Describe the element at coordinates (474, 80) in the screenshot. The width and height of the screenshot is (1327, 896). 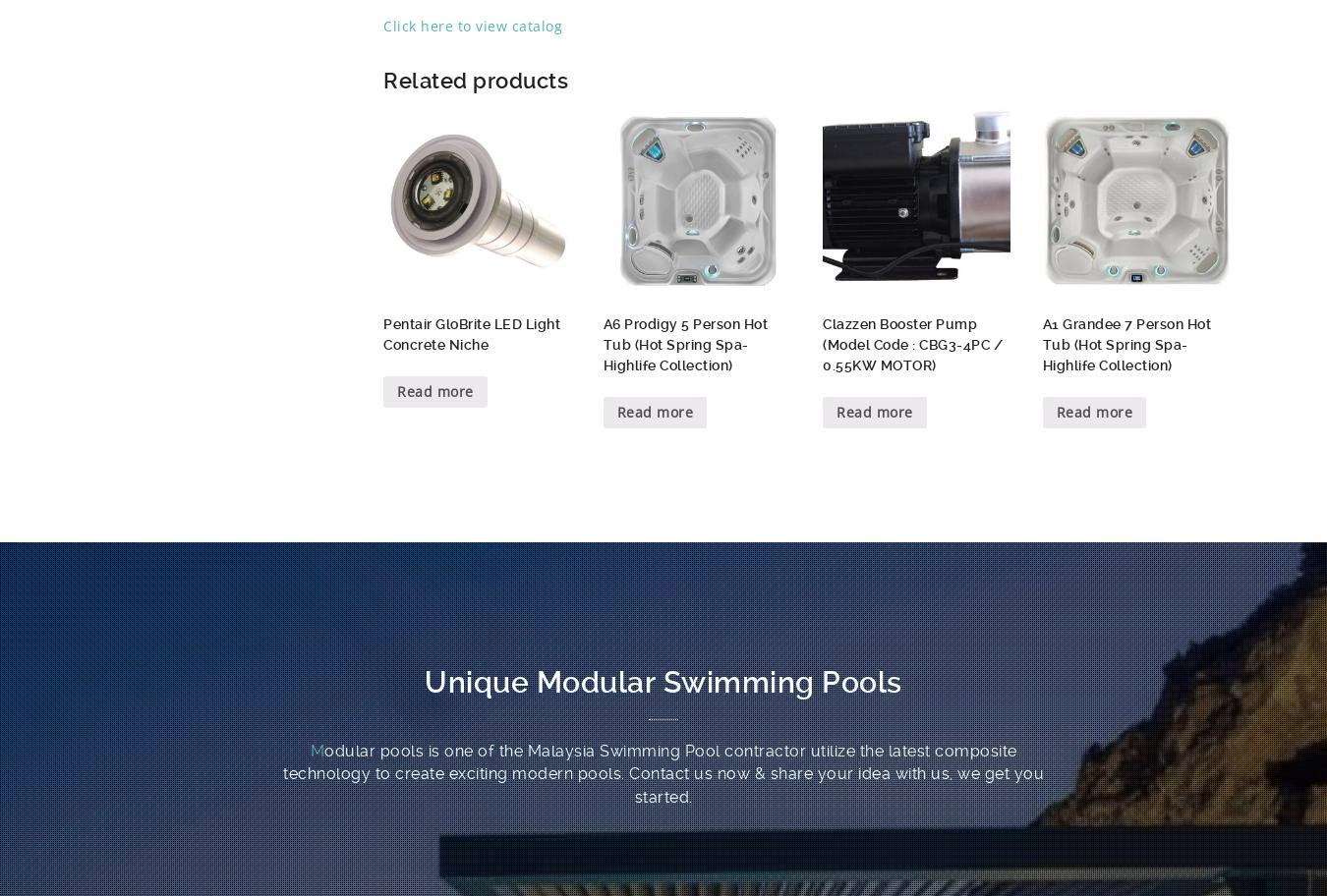
I see `'Related products'` at that location.